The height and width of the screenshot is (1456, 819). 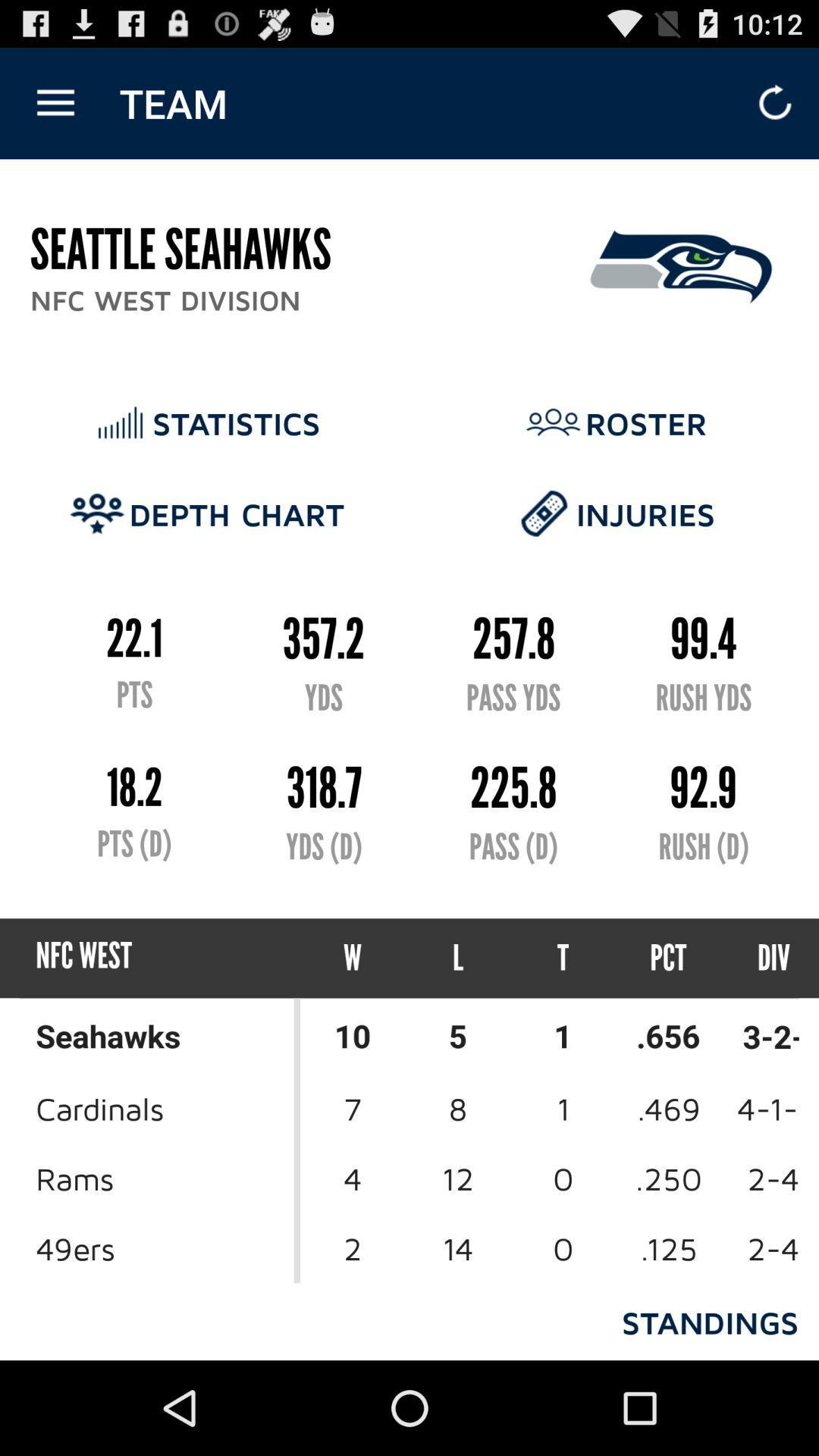 What do you see at coordinates (457, 957) in the screenshot?
I see `icon to the left of the t icon` at bounding box center [457, 957].